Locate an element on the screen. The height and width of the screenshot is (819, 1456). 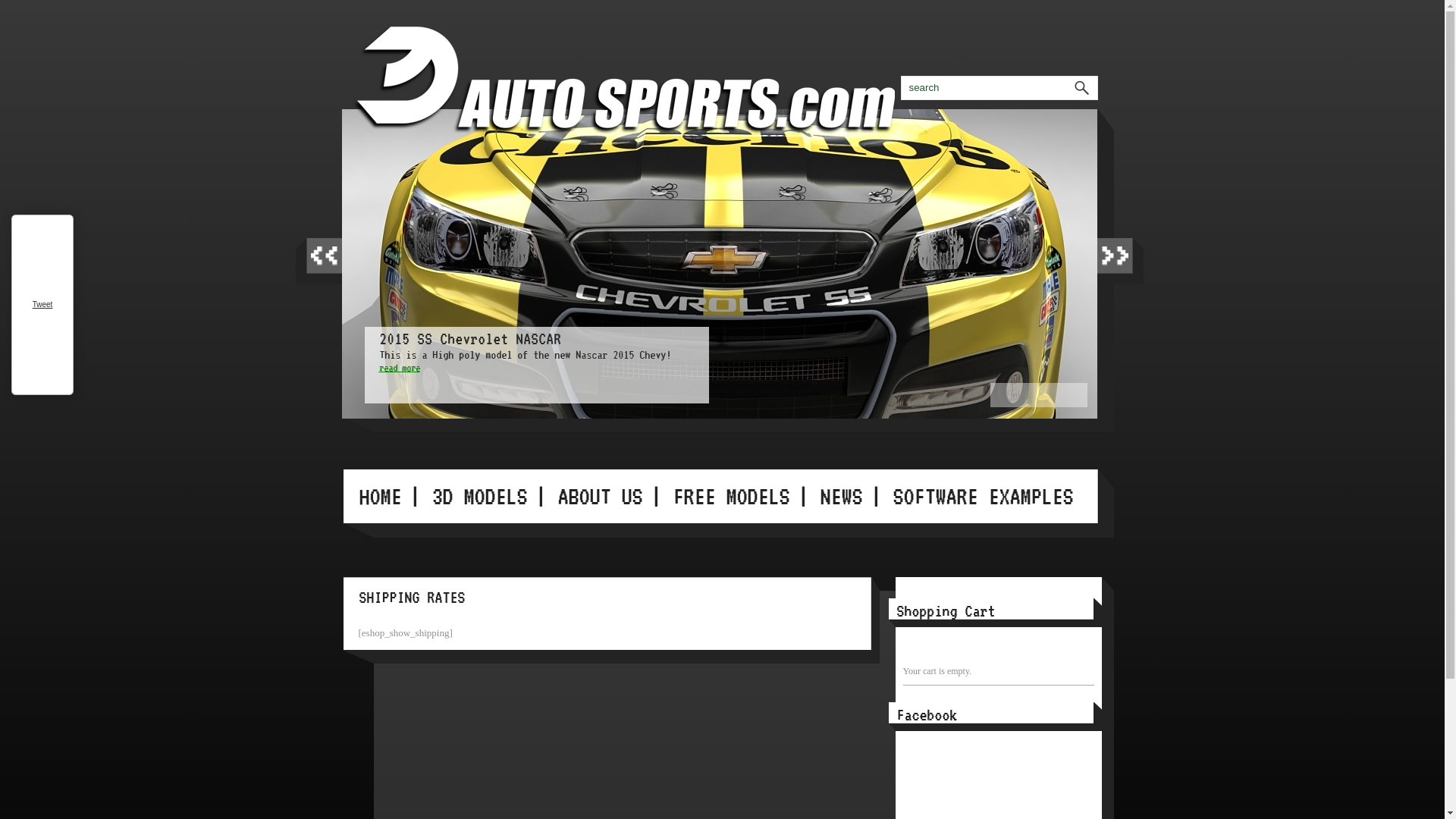
'3D MODELS' is located at coordinates (477, 496).